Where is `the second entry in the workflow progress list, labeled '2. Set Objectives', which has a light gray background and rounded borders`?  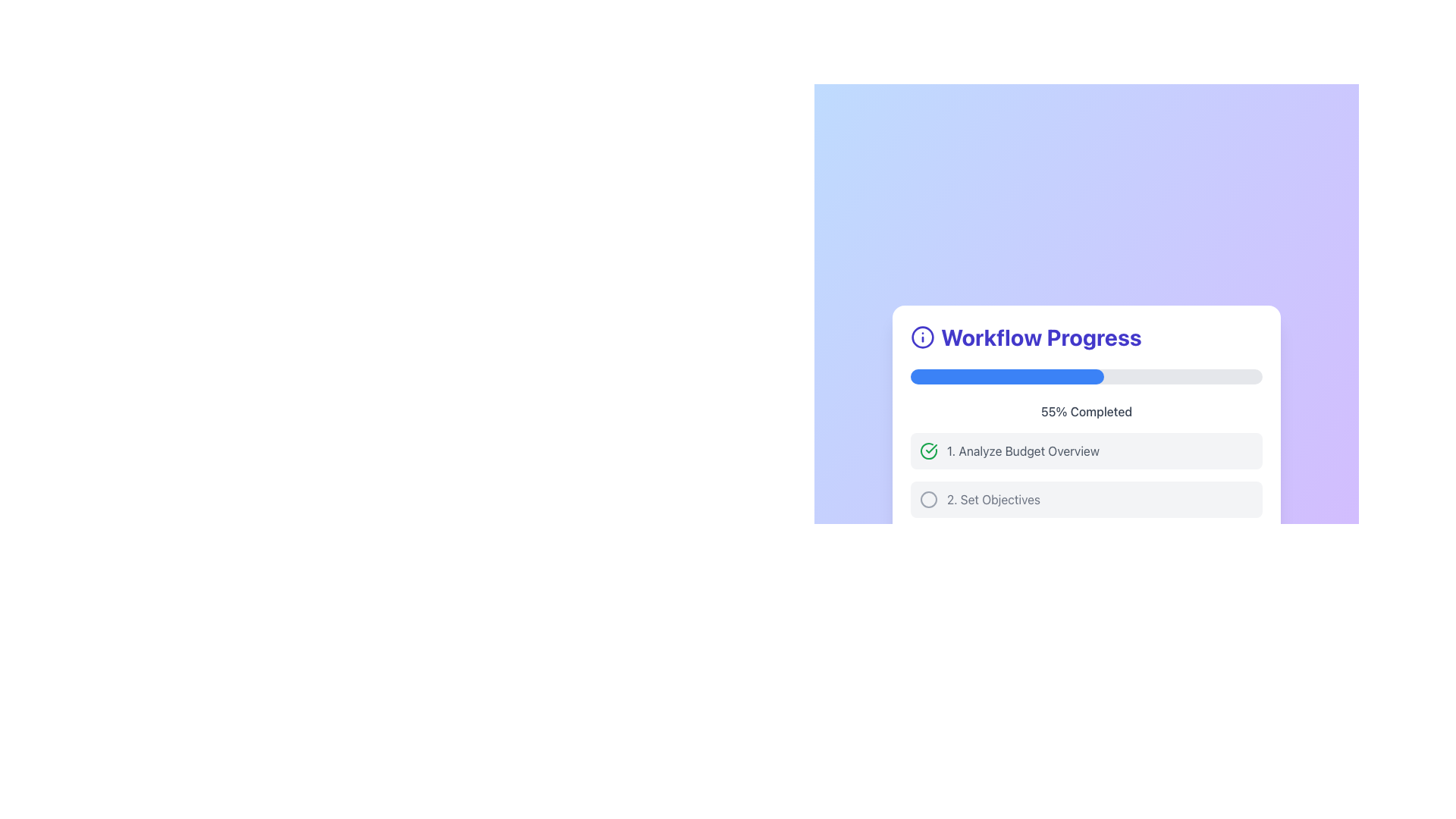 the second entry in the workflow progress list, labeled '2. Set Objectives', which has a light gray background and rounded borders is located at coordinates (1086, 500).